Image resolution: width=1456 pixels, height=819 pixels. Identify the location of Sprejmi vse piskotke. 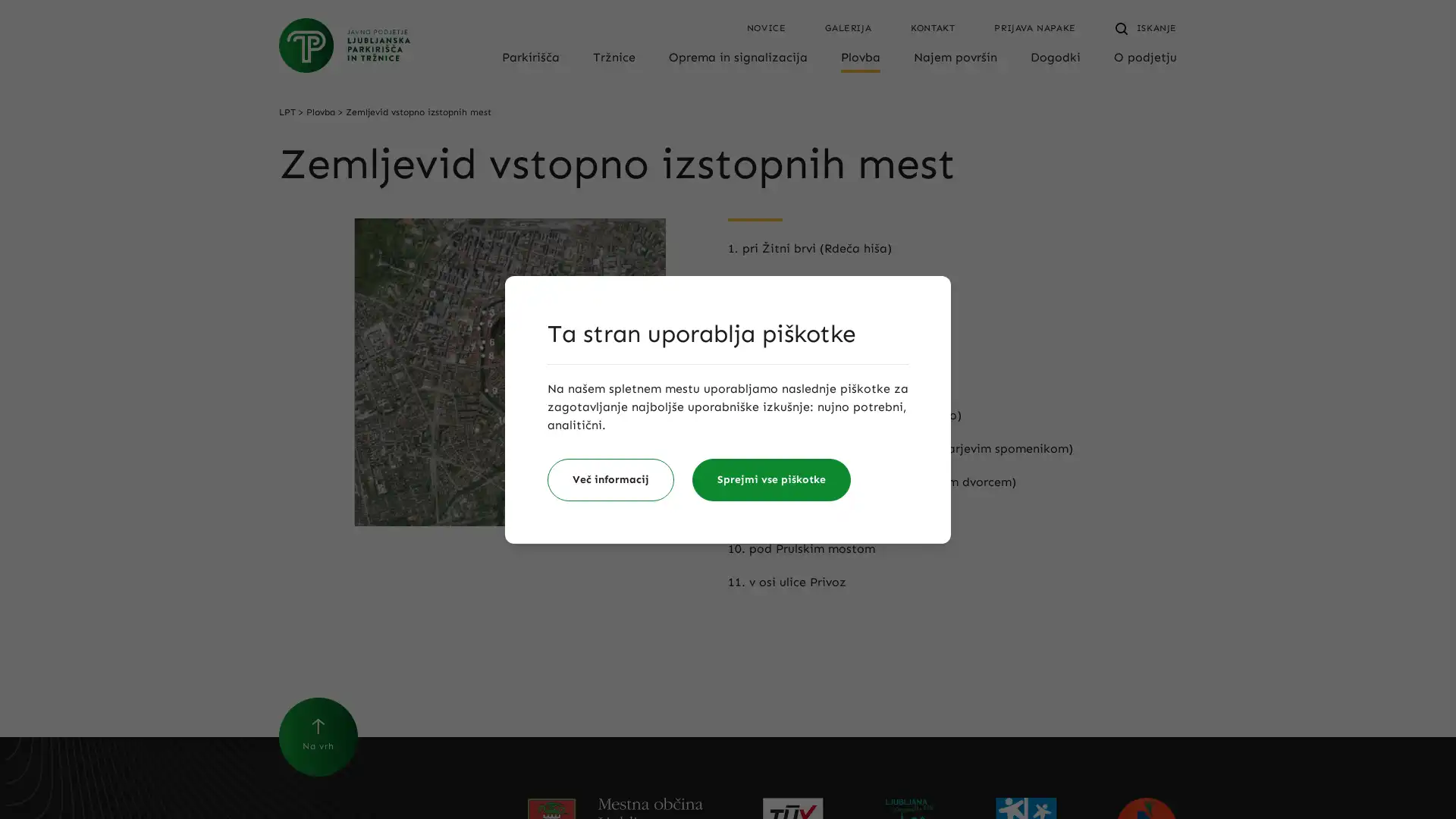
(771, 479).